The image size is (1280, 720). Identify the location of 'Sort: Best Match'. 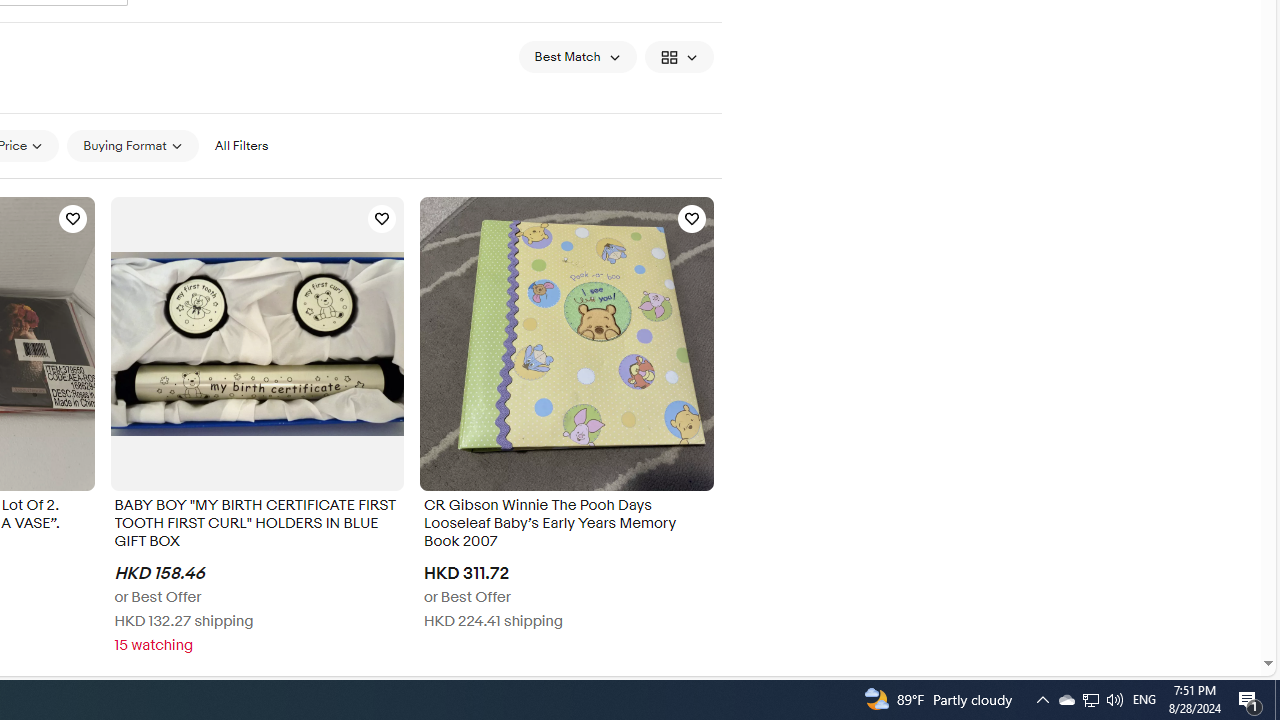
(576, 55).